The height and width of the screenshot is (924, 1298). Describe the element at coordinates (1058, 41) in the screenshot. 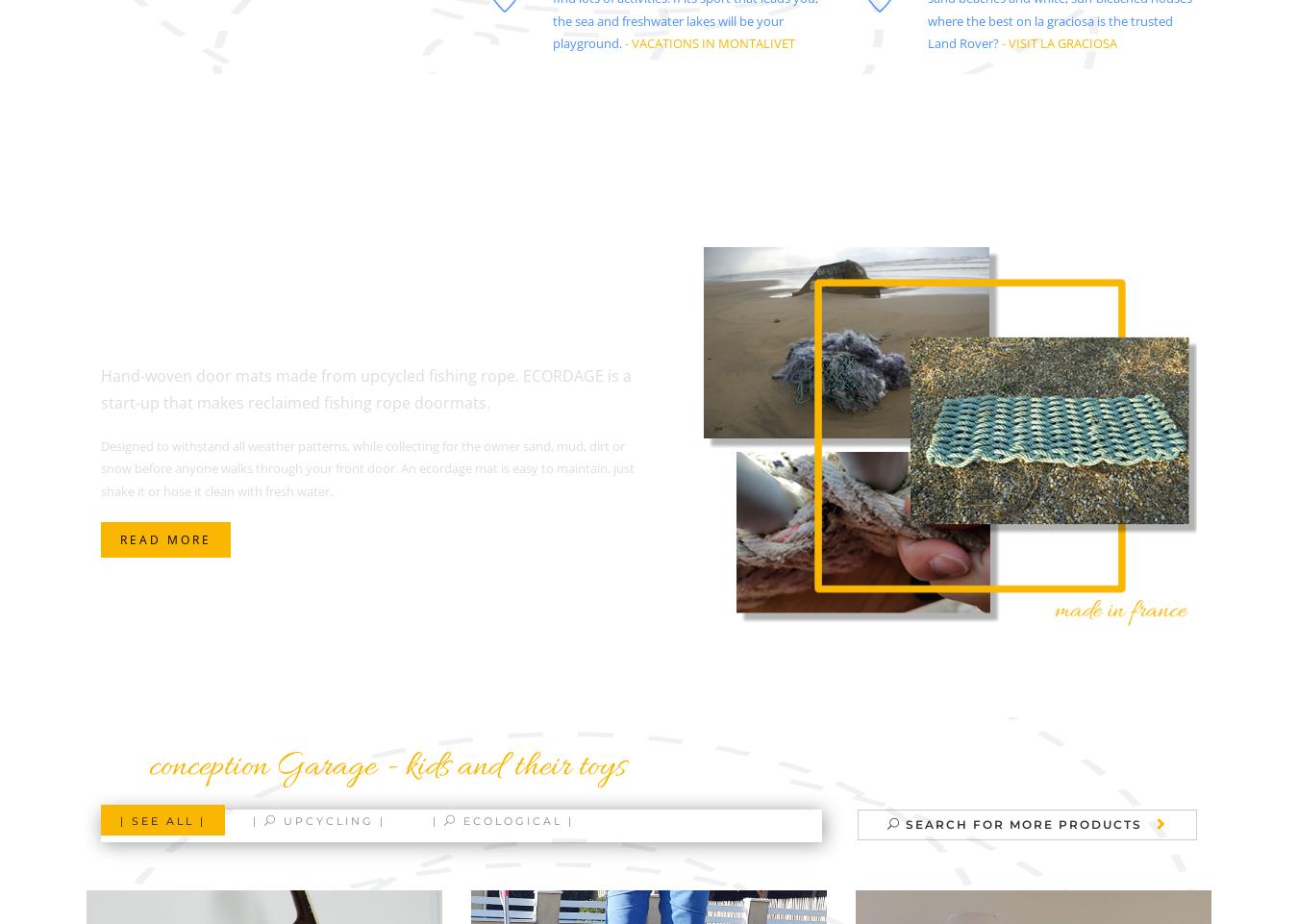

I see `'- VISIT LA GRACIOSA'` at that location.